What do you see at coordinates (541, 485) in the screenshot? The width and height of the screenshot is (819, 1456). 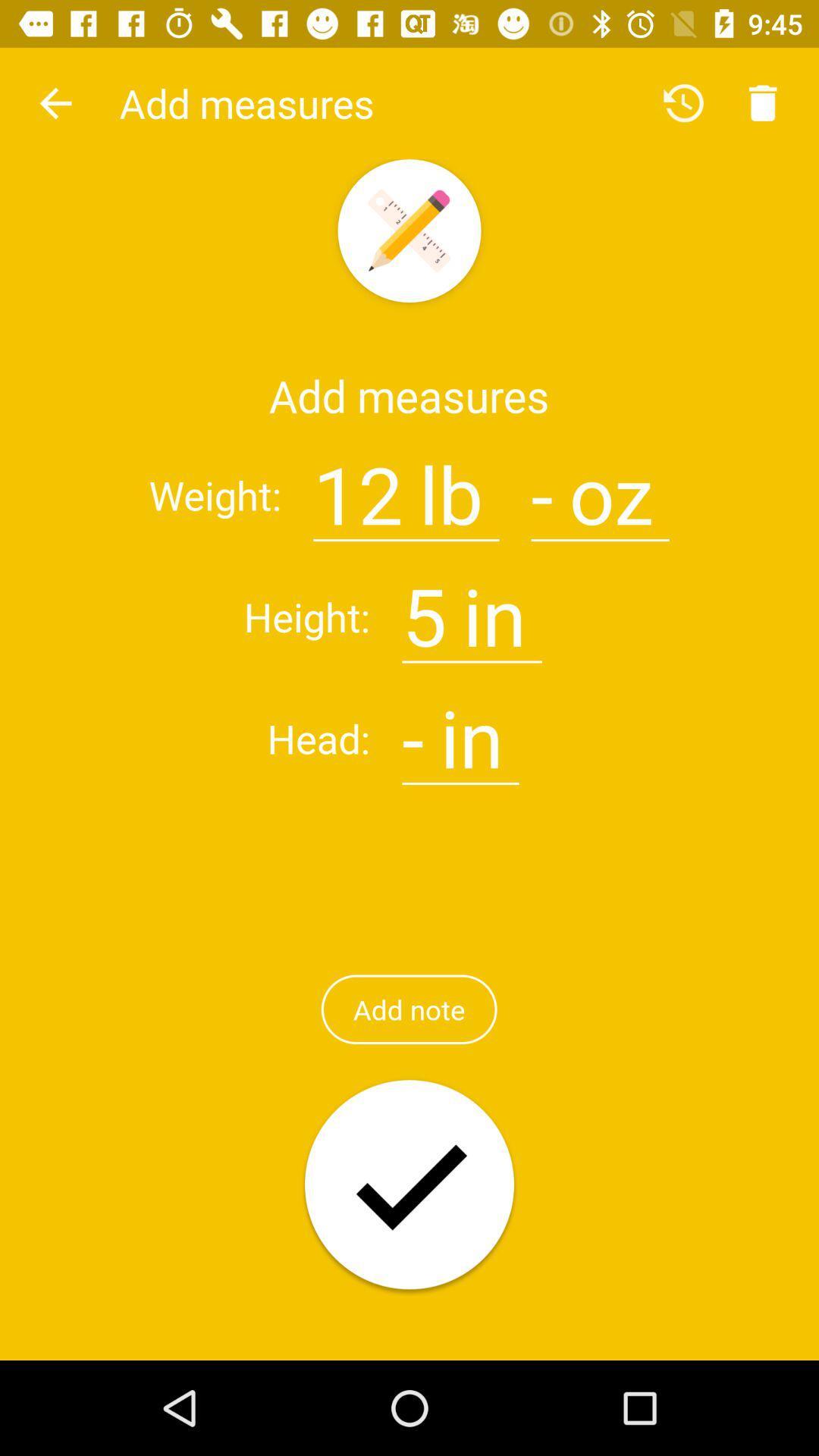 I see `item to the left of oz item` at bounding box center [541, 485].